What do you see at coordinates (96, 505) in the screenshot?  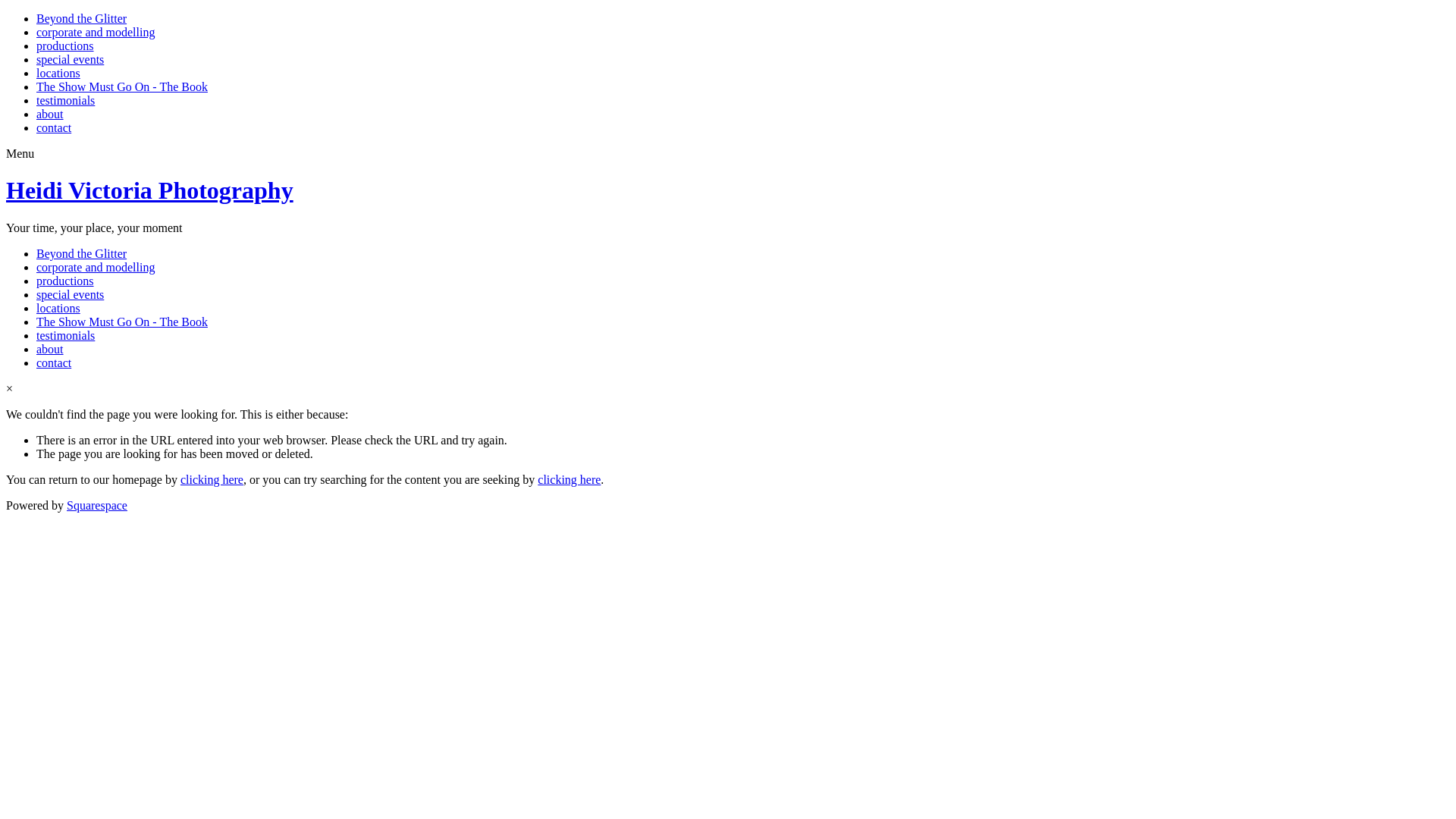 I see `'Squarespace'` at bounding box center [96, 505].